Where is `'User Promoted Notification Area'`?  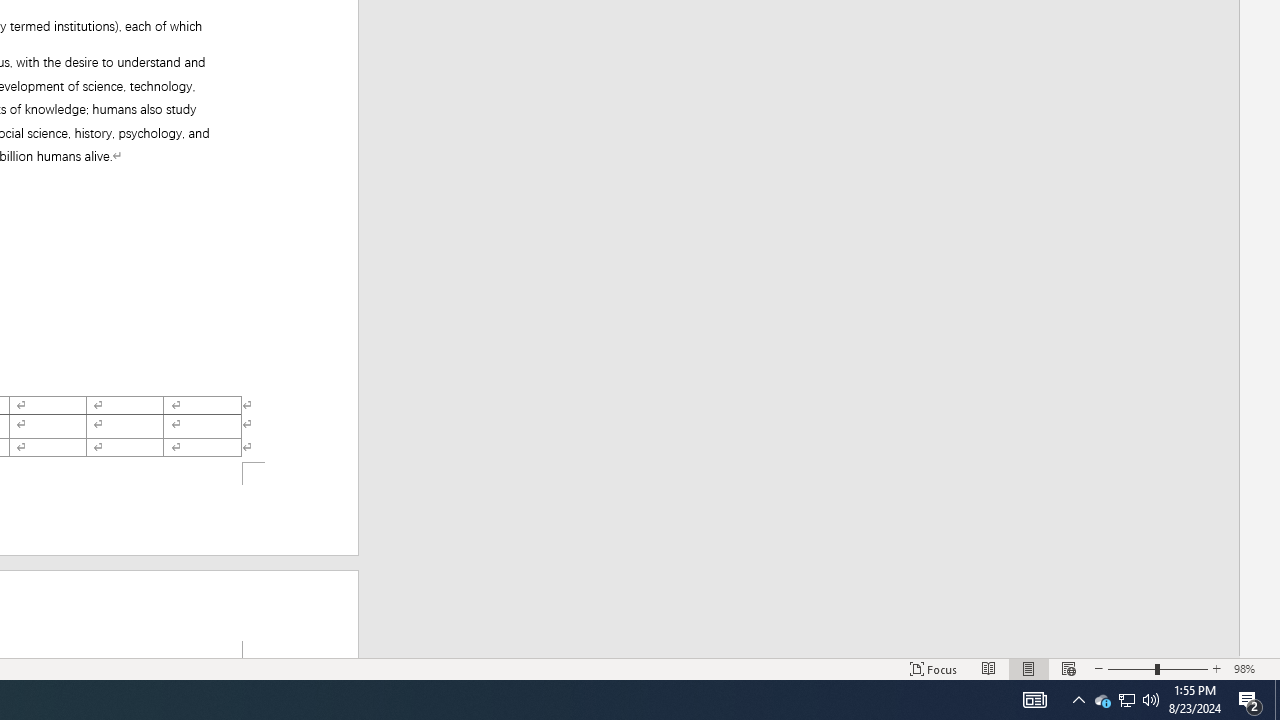
'User Promoted Notification Area' is located at coordinates (1101, 698).